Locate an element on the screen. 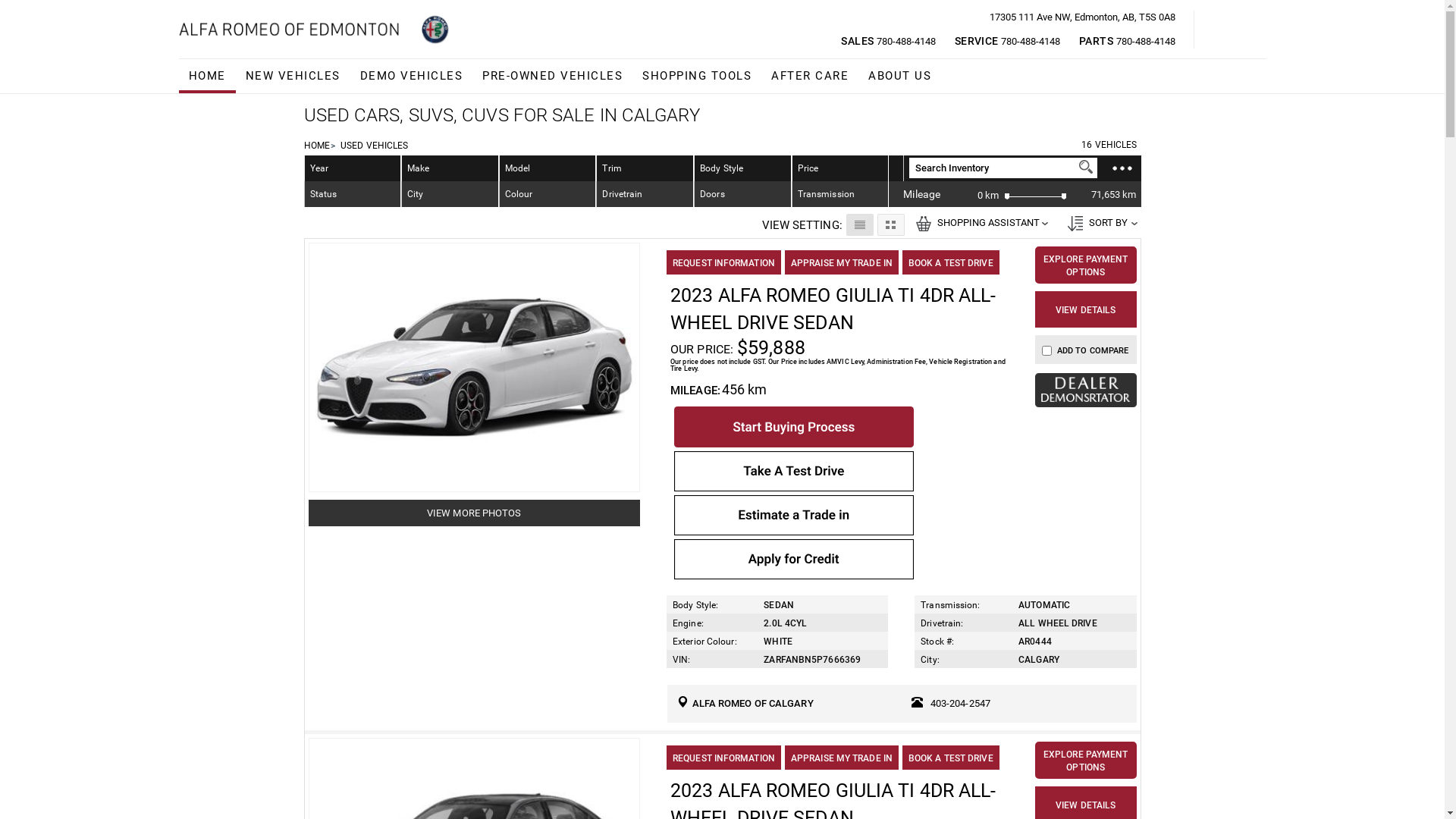  'VIEW MORE PHOTOS' is located at coordinates (473, 512).